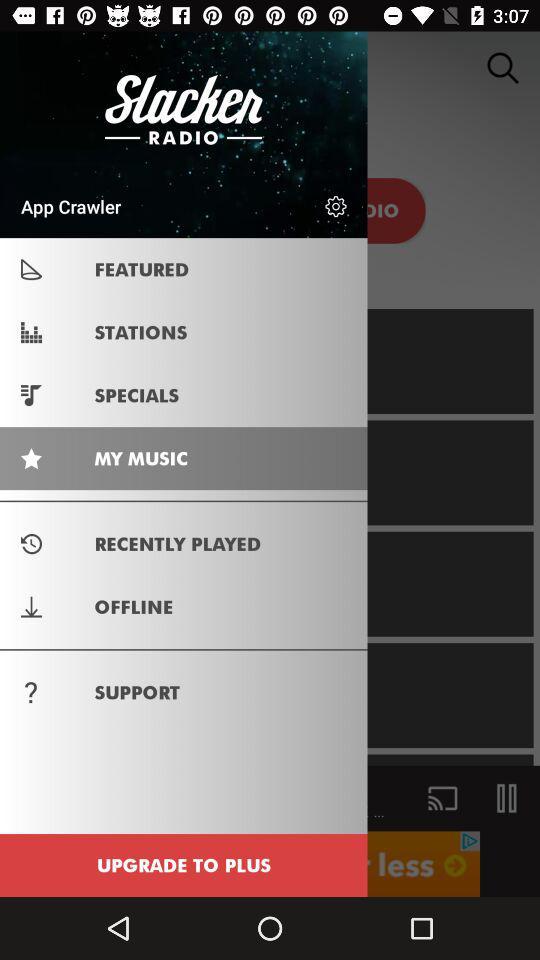  I want to click on the pause icon, so click(507, 798).